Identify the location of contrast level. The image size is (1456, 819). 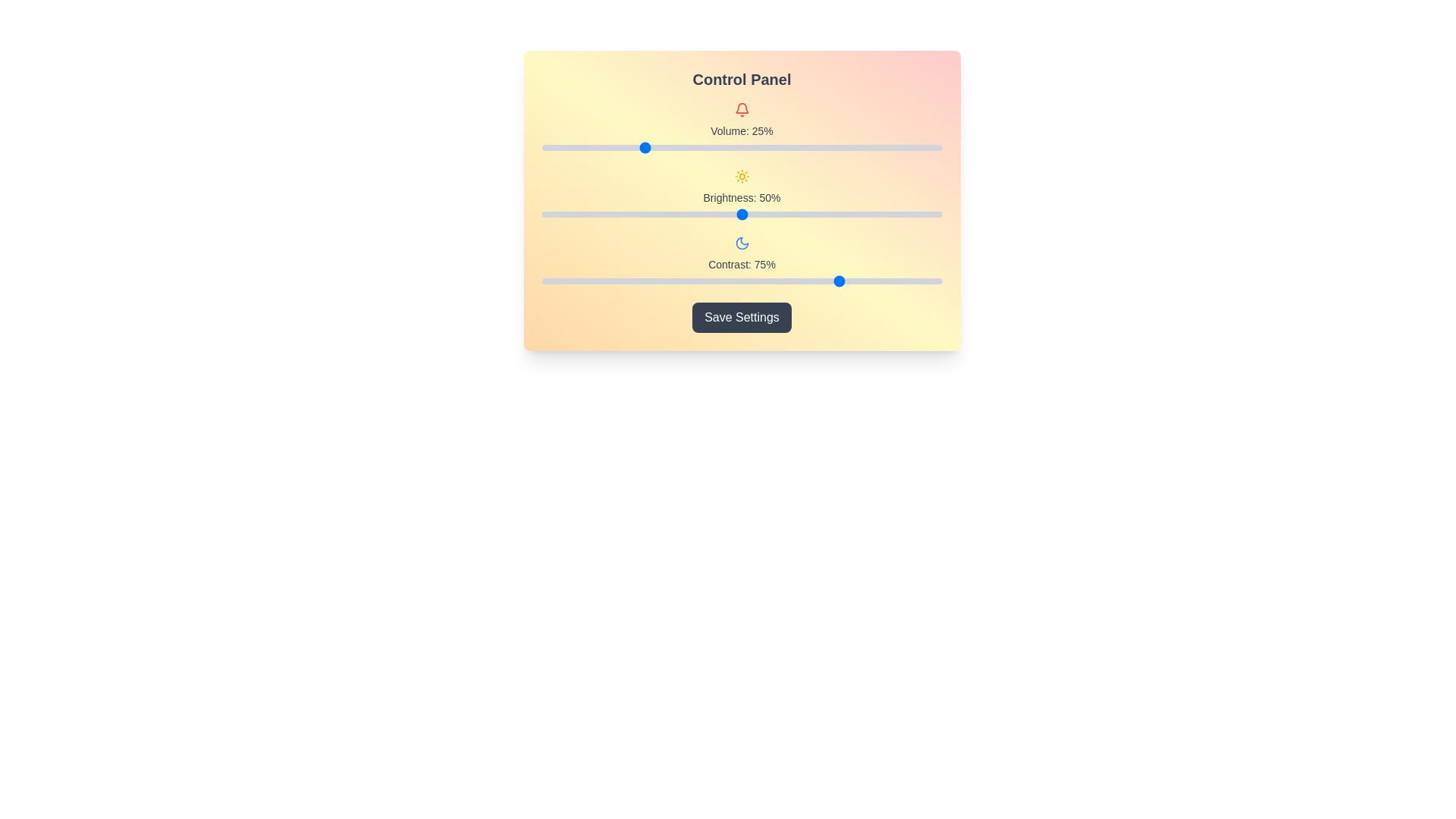
(797, 281).